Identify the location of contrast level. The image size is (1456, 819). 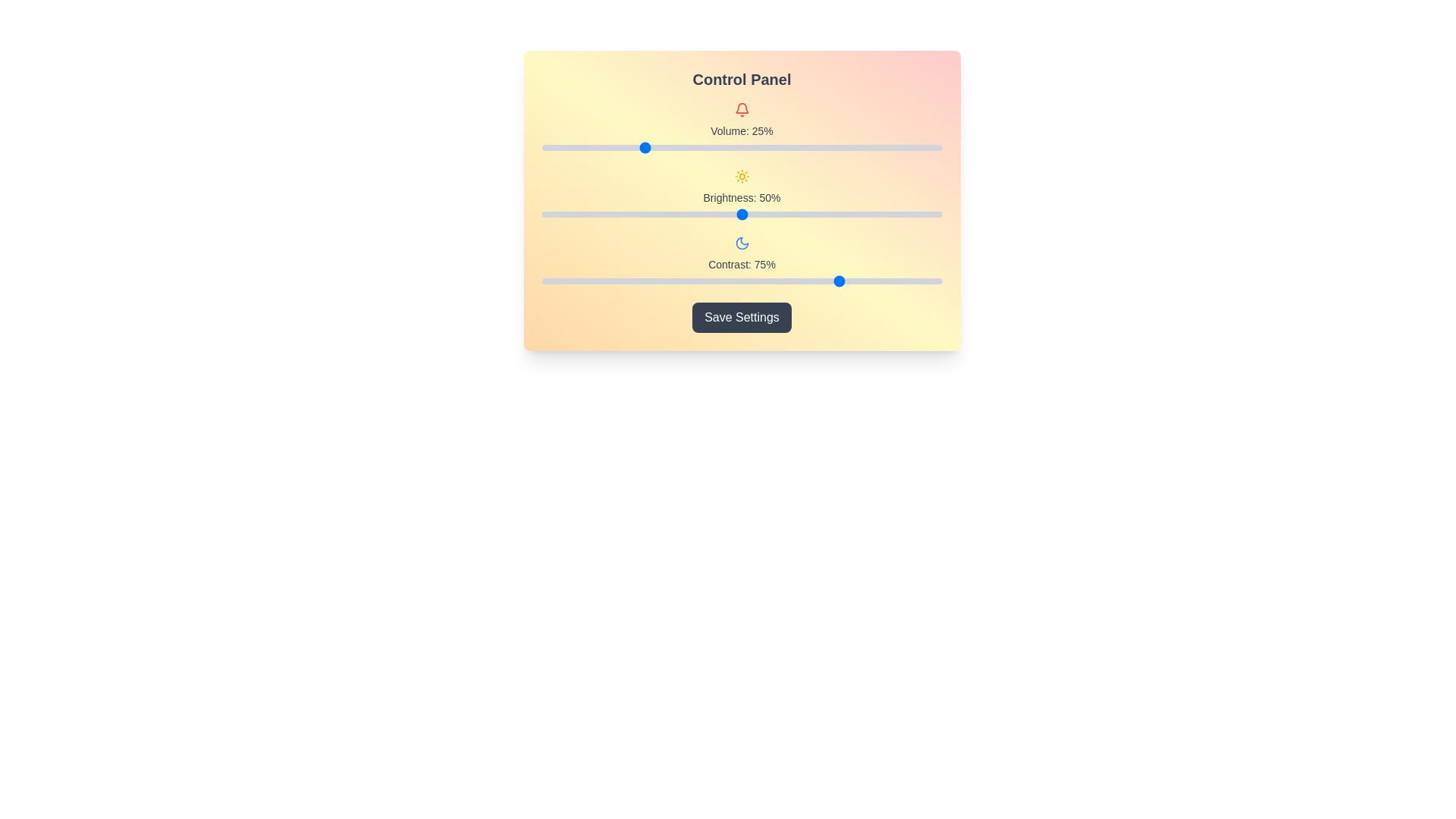
(797, 281).